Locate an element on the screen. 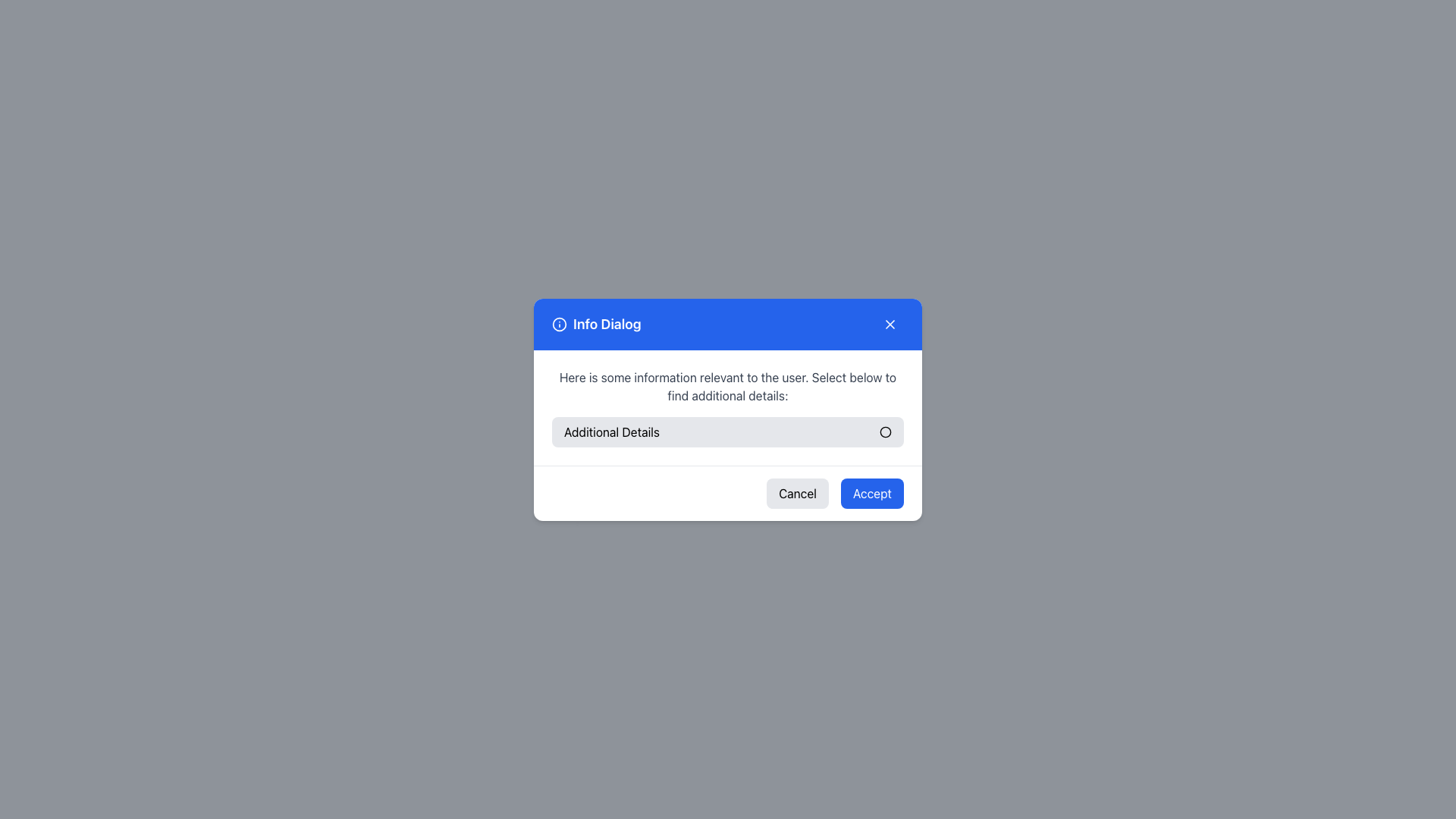  text label with an icon located in the blue header of the modal dialog, which provides contextual information about the dialog's content is located at coordinates (595, 323).